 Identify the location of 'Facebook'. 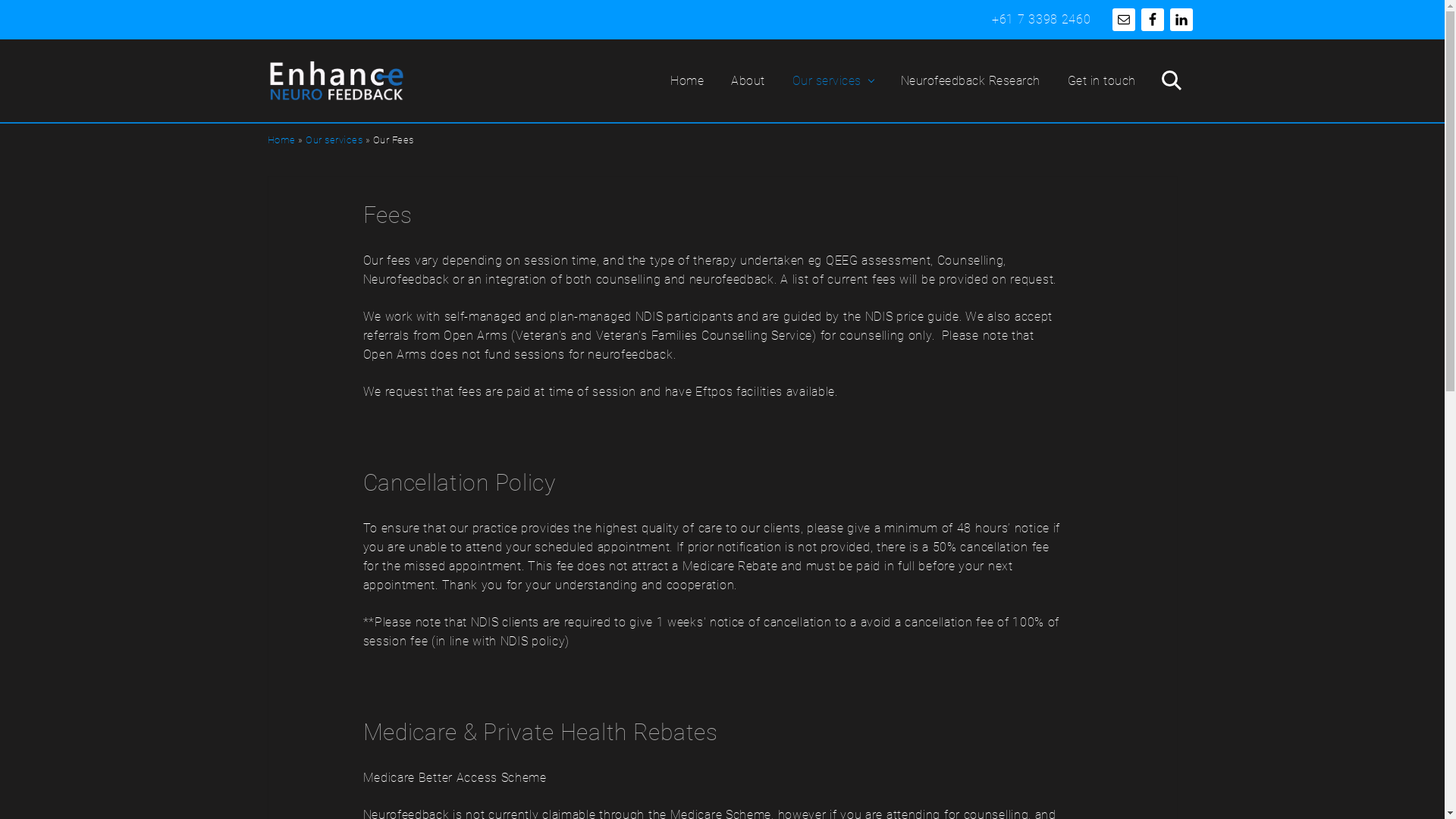
(1151, 20).